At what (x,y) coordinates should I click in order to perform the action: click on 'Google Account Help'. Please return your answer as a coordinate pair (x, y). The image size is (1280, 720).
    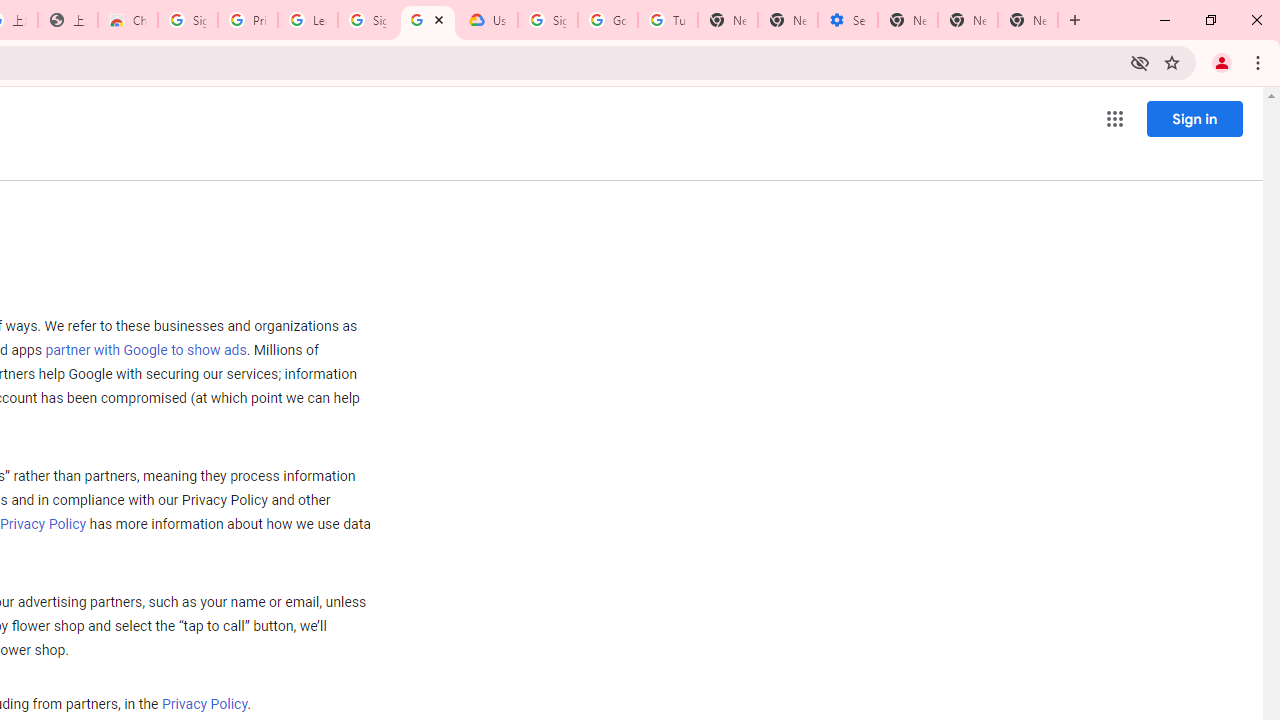
    Looking at the image, I should click on (607, 20).